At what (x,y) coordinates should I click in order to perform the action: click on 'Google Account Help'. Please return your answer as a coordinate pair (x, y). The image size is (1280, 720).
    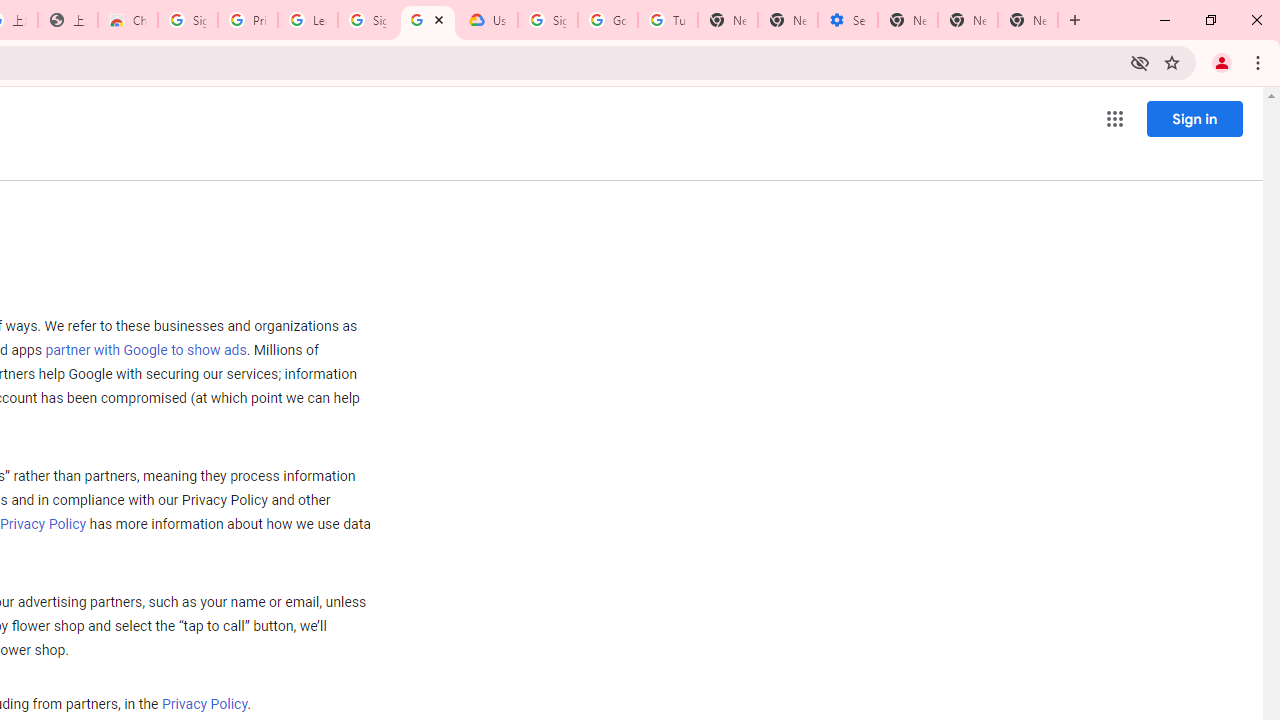
    Looking at the image, I should click on (607, 20).